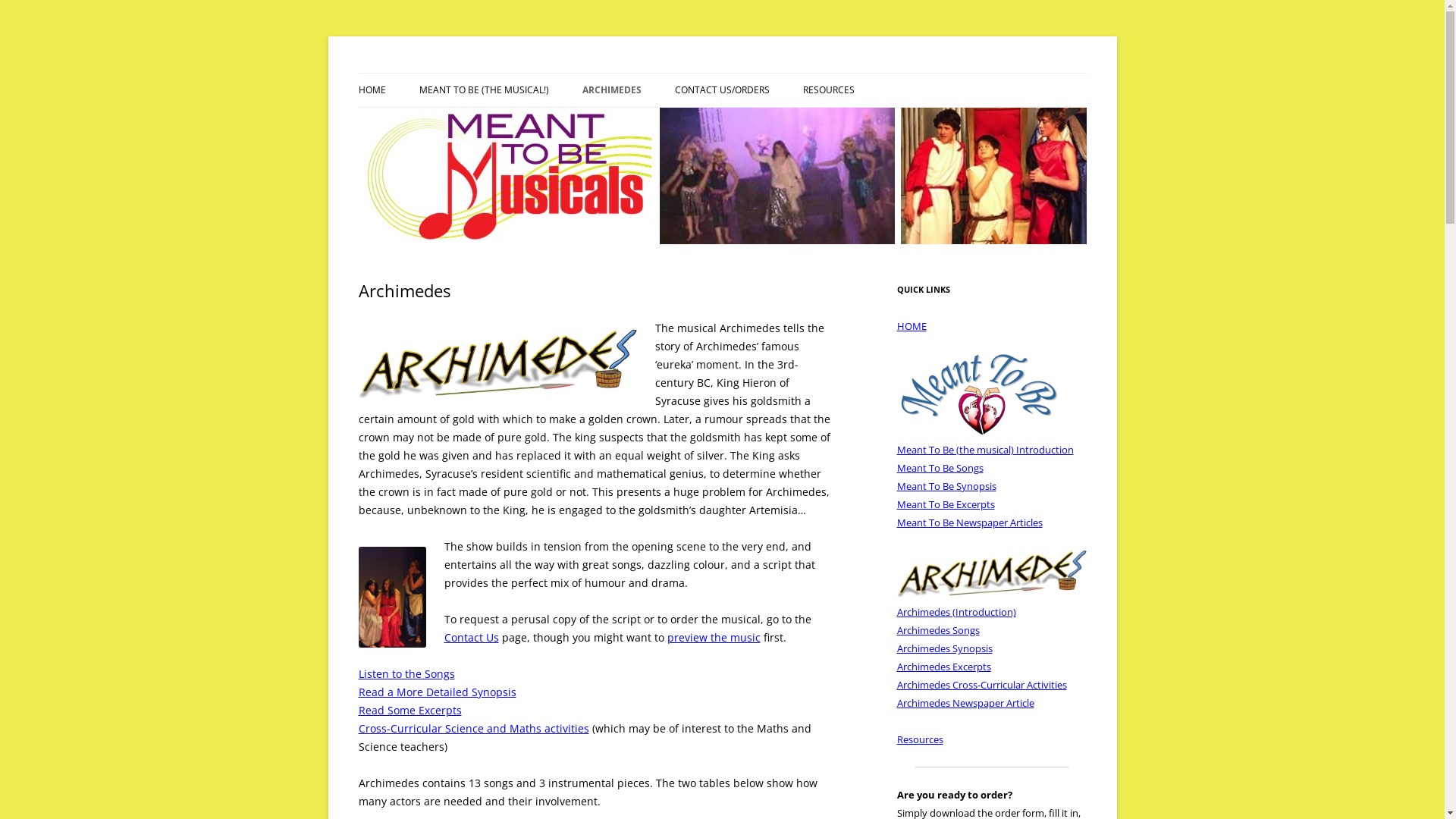  What do you see at coordinates (896, 702) in the screenshot?
I see `'Archimedes Newspaper Article'` at bounding box center [896, 702].